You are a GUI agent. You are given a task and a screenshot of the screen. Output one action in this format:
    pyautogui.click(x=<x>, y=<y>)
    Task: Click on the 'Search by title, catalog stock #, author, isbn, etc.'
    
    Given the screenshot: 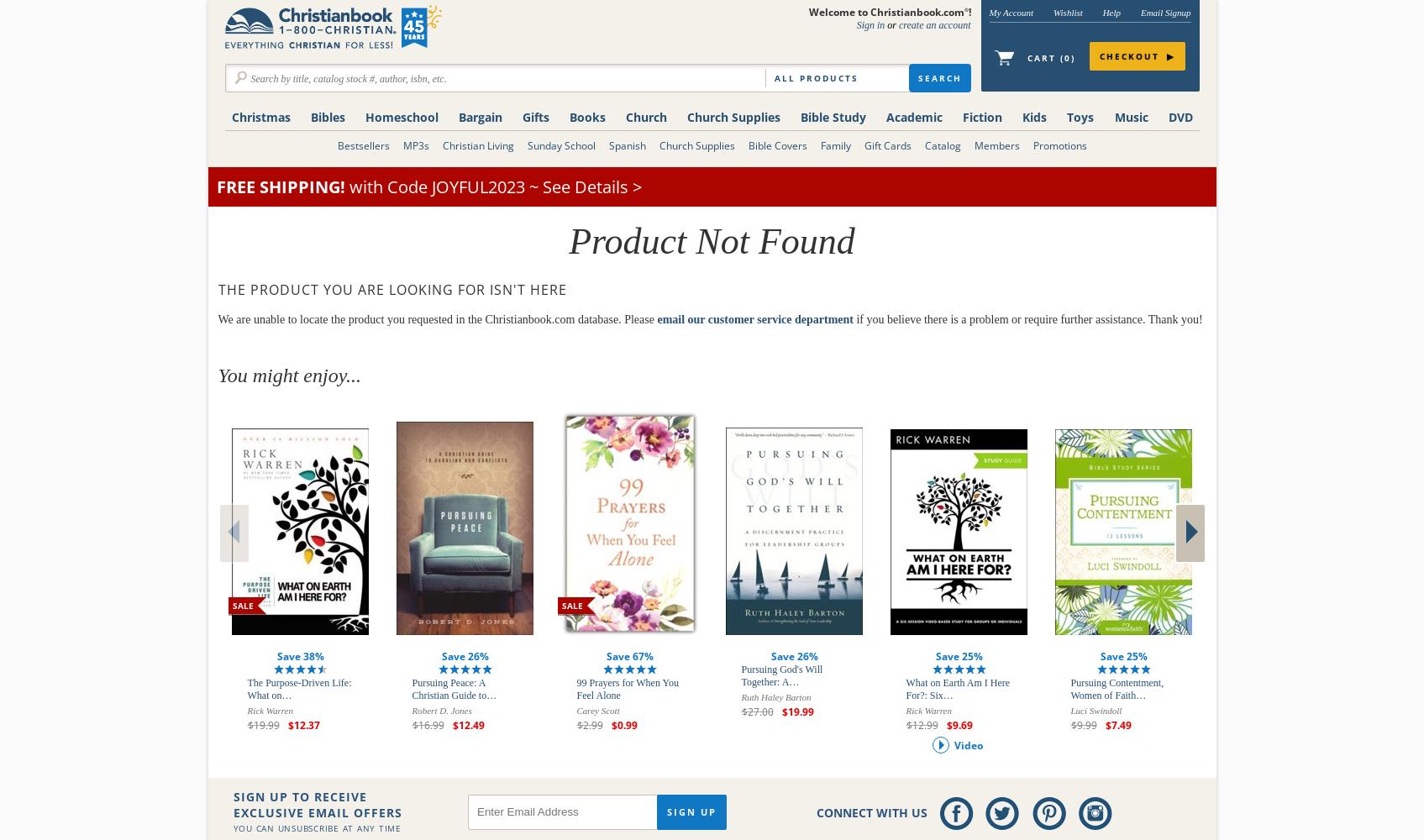 What is the action you would take?
    pyautogui.click(x=348, y=78)
    